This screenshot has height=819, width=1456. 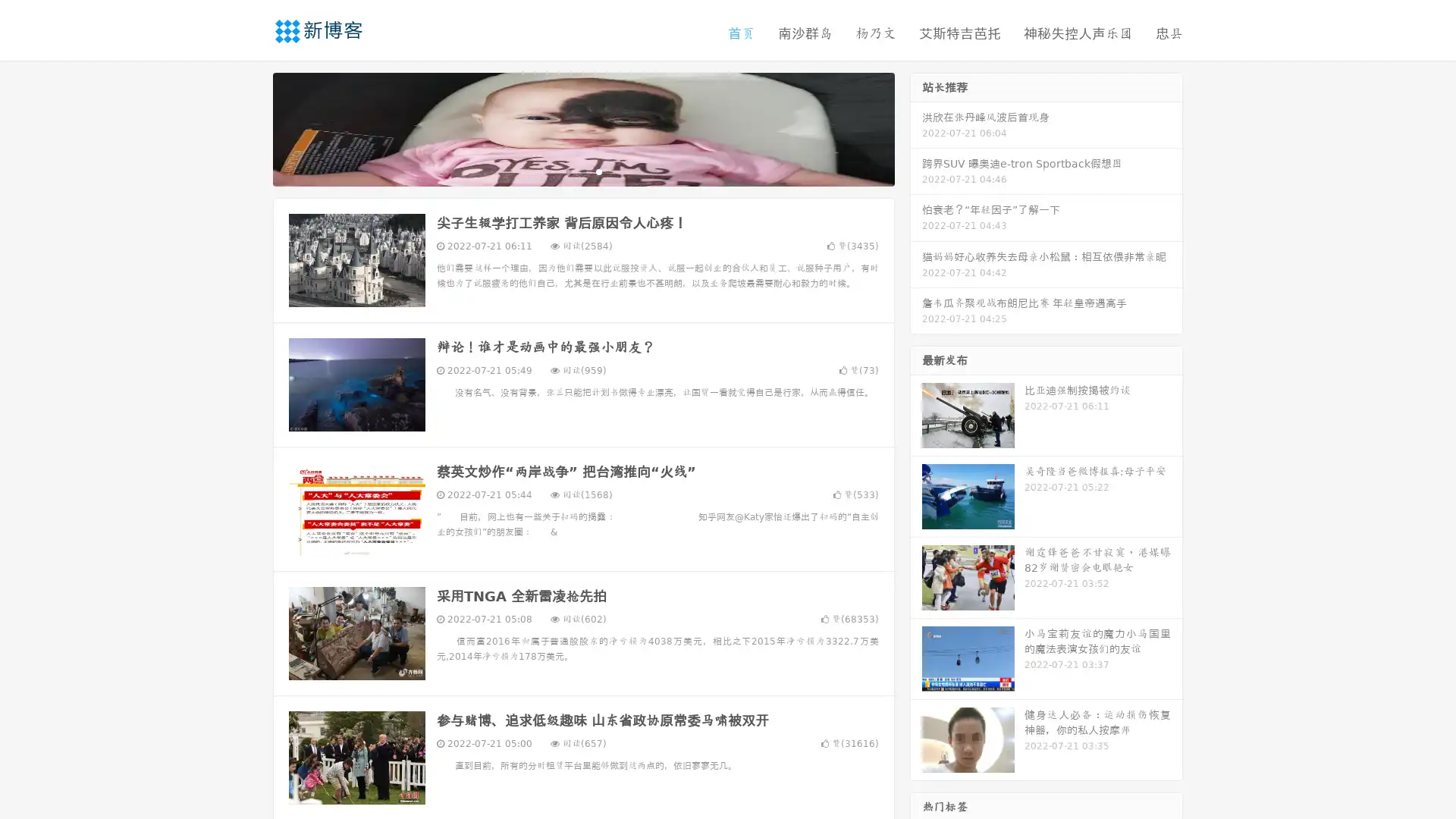 What do you see at coordinates (250, 127) in the screenshot?
I see `Previous slide` at bounding box center [250, 127].